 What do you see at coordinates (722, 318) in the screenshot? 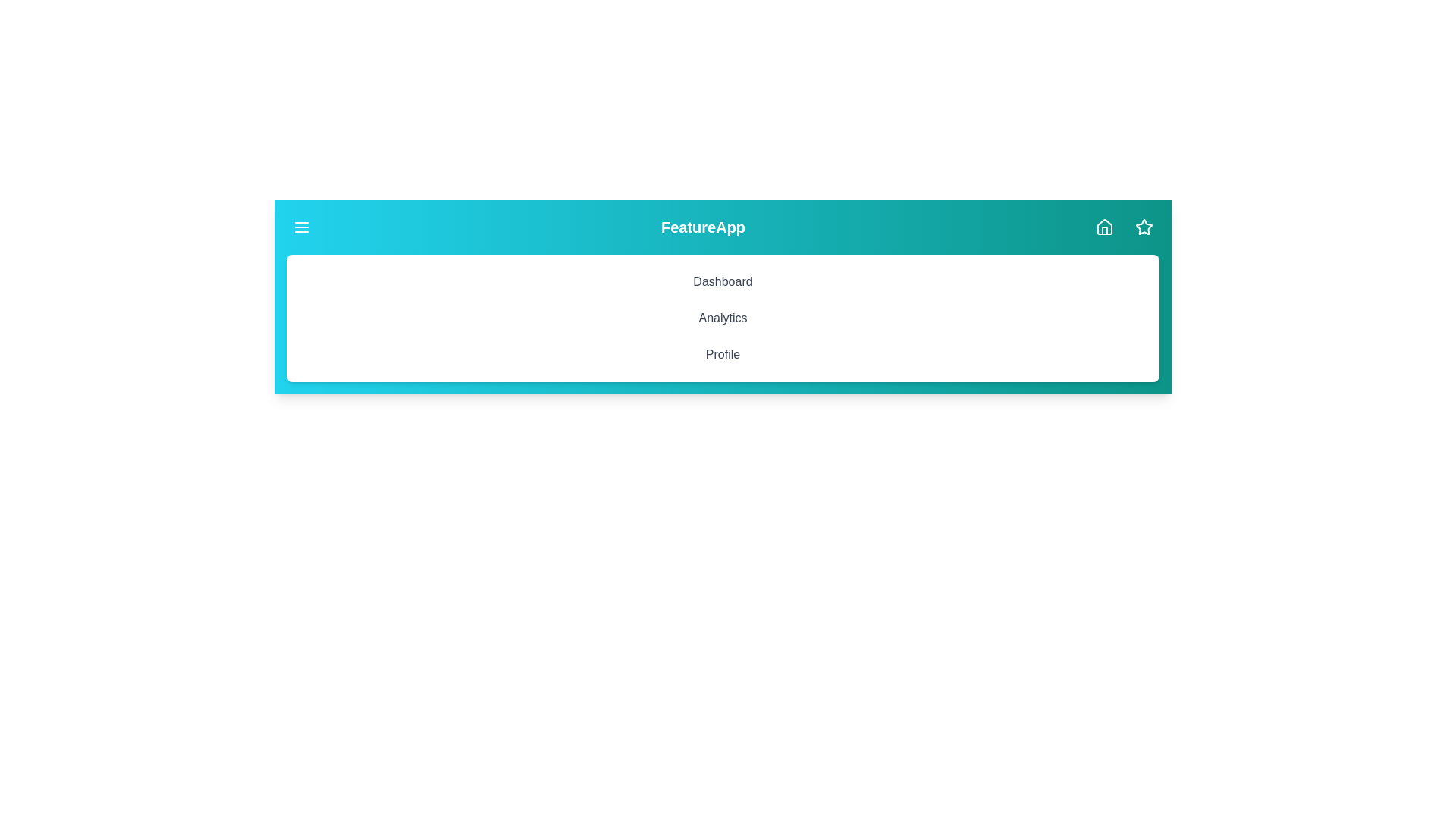
I see `the 'Analytics' menu item to navigate to the Analytics section` at bounding box center [722, 318].